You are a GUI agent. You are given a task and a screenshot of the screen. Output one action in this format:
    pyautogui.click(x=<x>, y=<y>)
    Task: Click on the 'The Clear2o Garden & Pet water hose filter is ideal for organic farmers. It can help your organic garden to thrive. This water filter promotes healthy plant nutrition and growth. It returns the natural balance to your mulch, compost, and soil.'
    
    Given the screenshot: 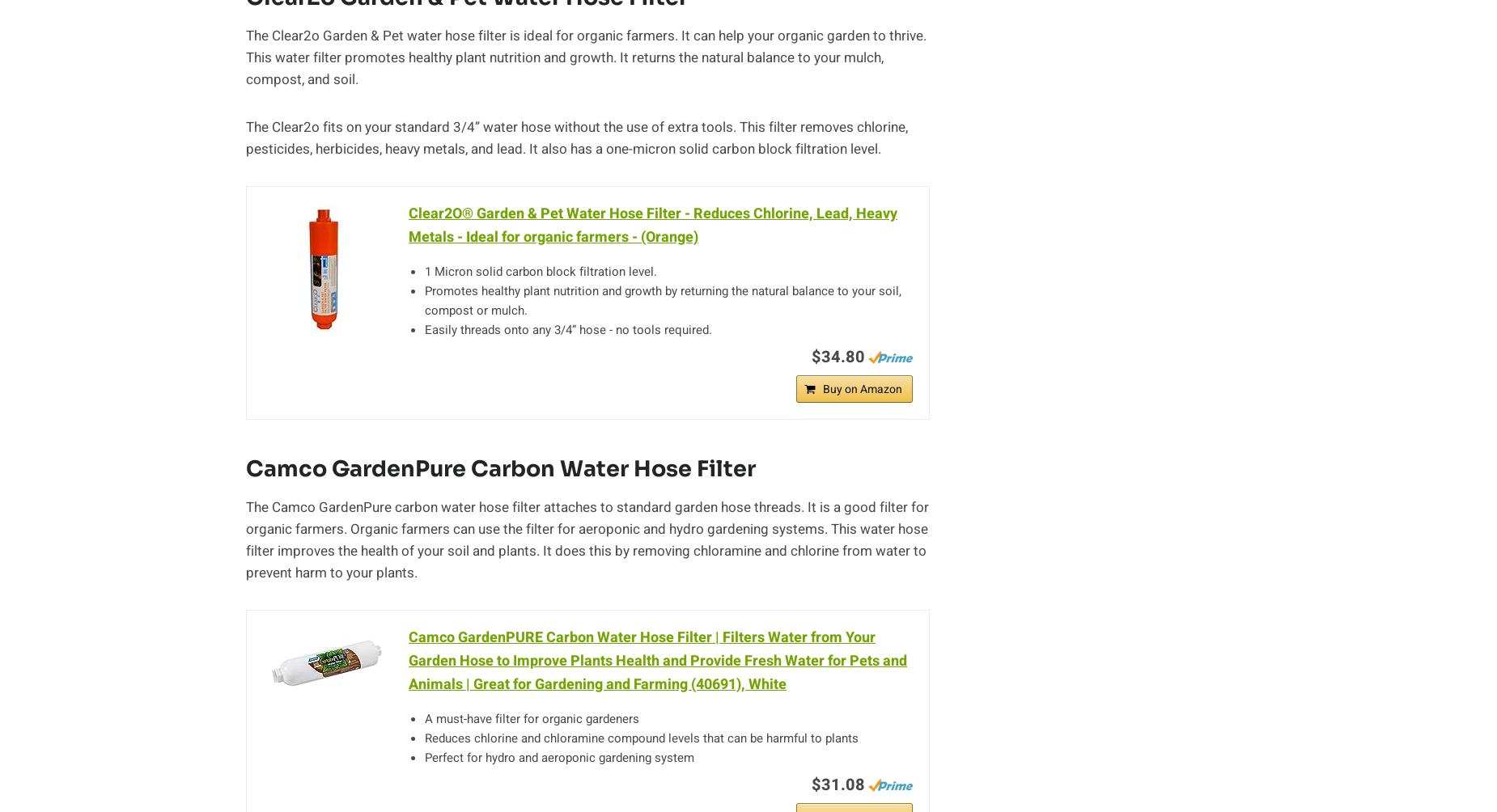 What is the action you would take?
    pyautogui.click(x=586, y=57)
    